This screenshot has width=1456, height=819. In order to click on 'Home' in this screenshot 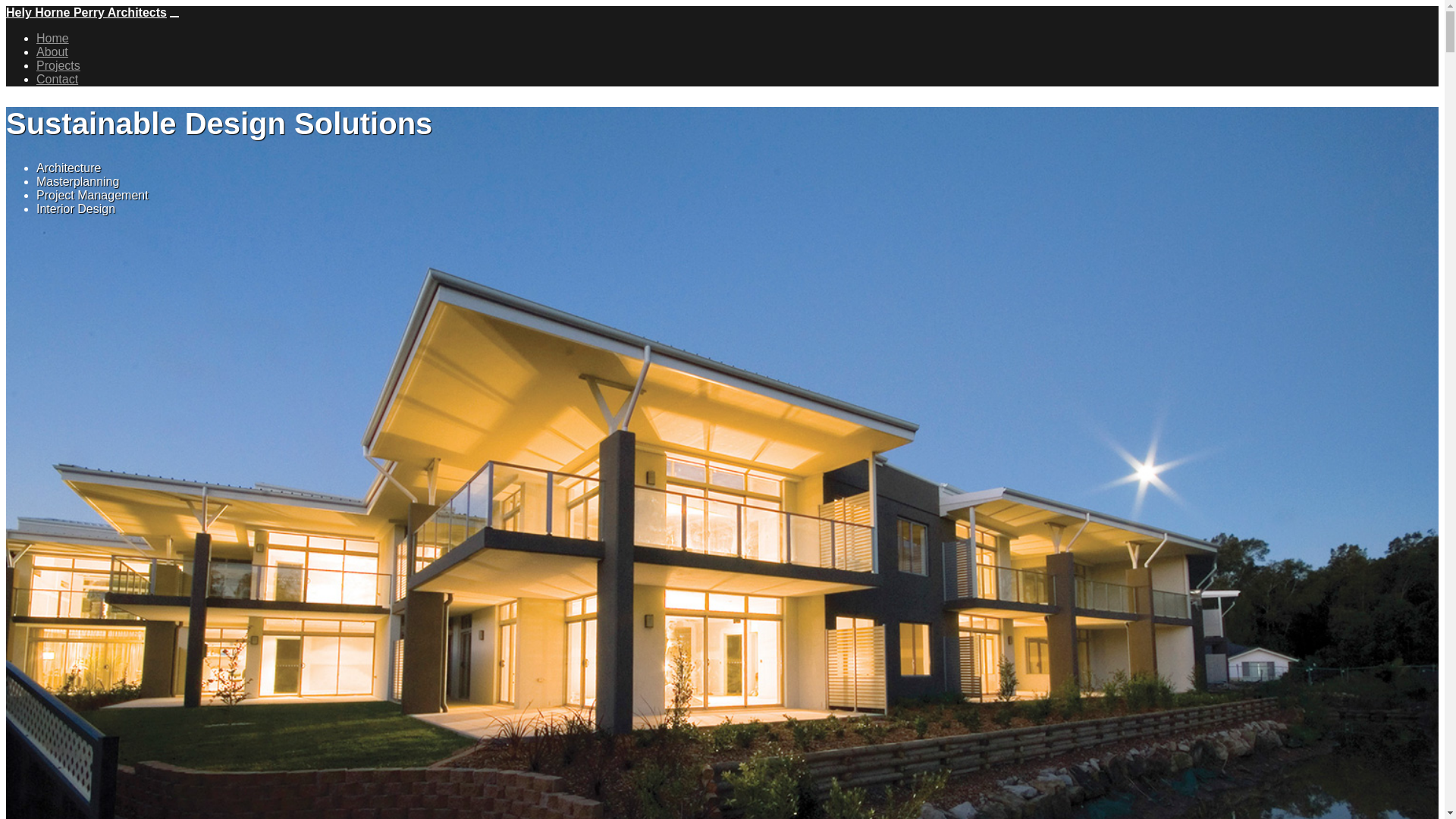, I will do `click(52, 37)`.